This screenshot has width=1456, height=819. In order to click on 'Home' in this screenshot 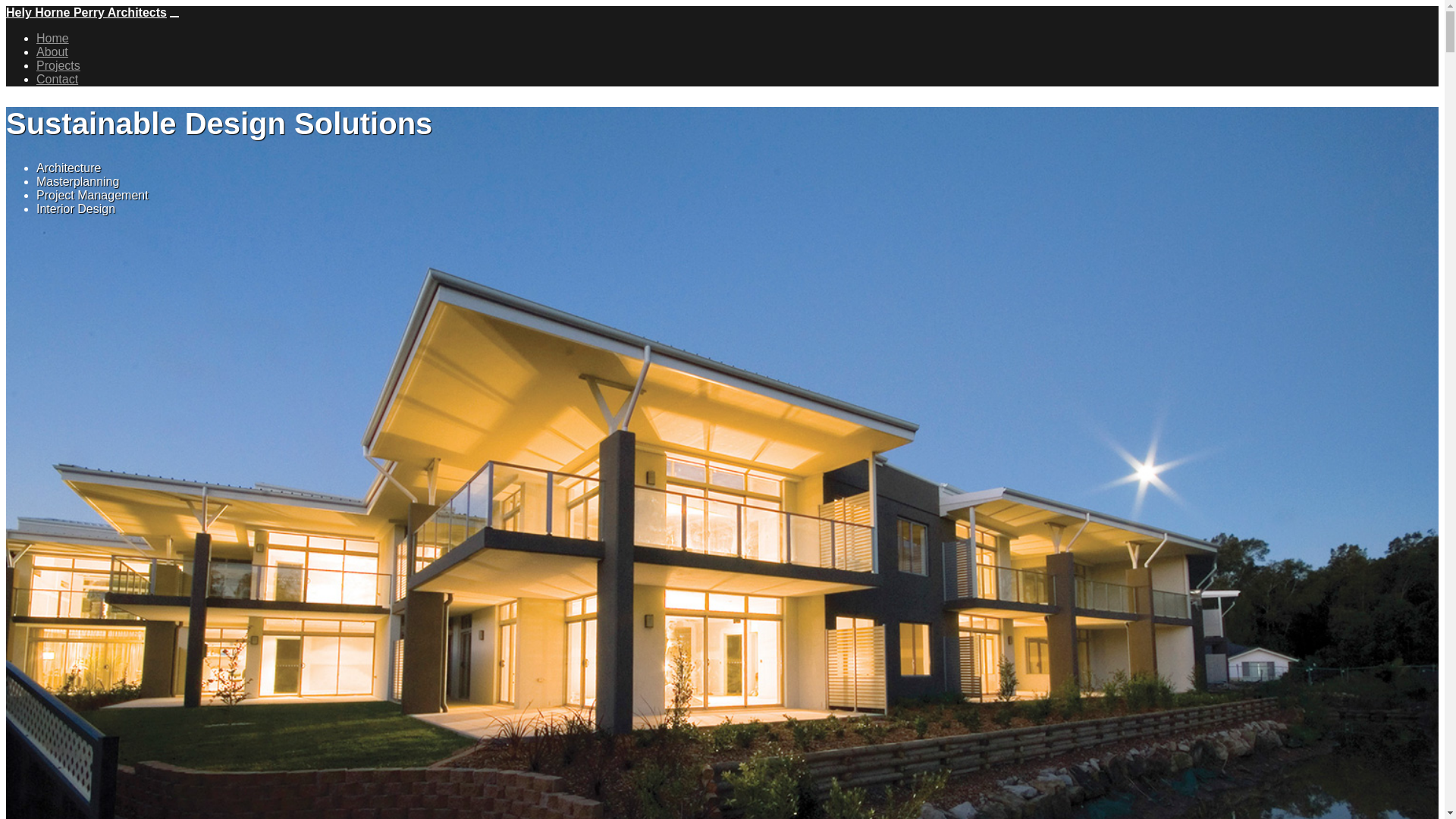, I will do `click(52, 37)`.